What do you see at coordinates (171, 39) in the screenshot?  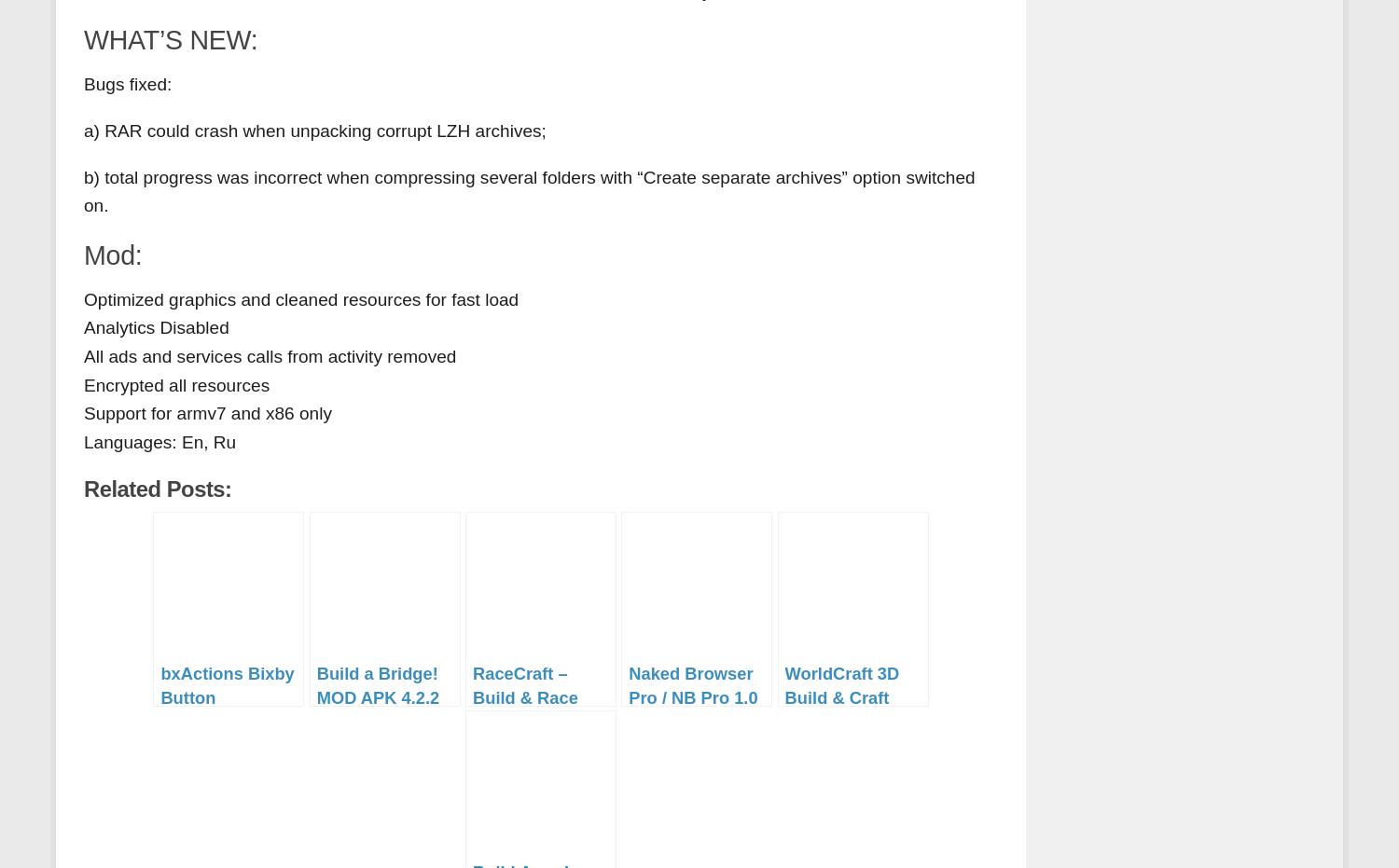 I see `'WHAT’S NEW:'` at bounding box center [171, 39].